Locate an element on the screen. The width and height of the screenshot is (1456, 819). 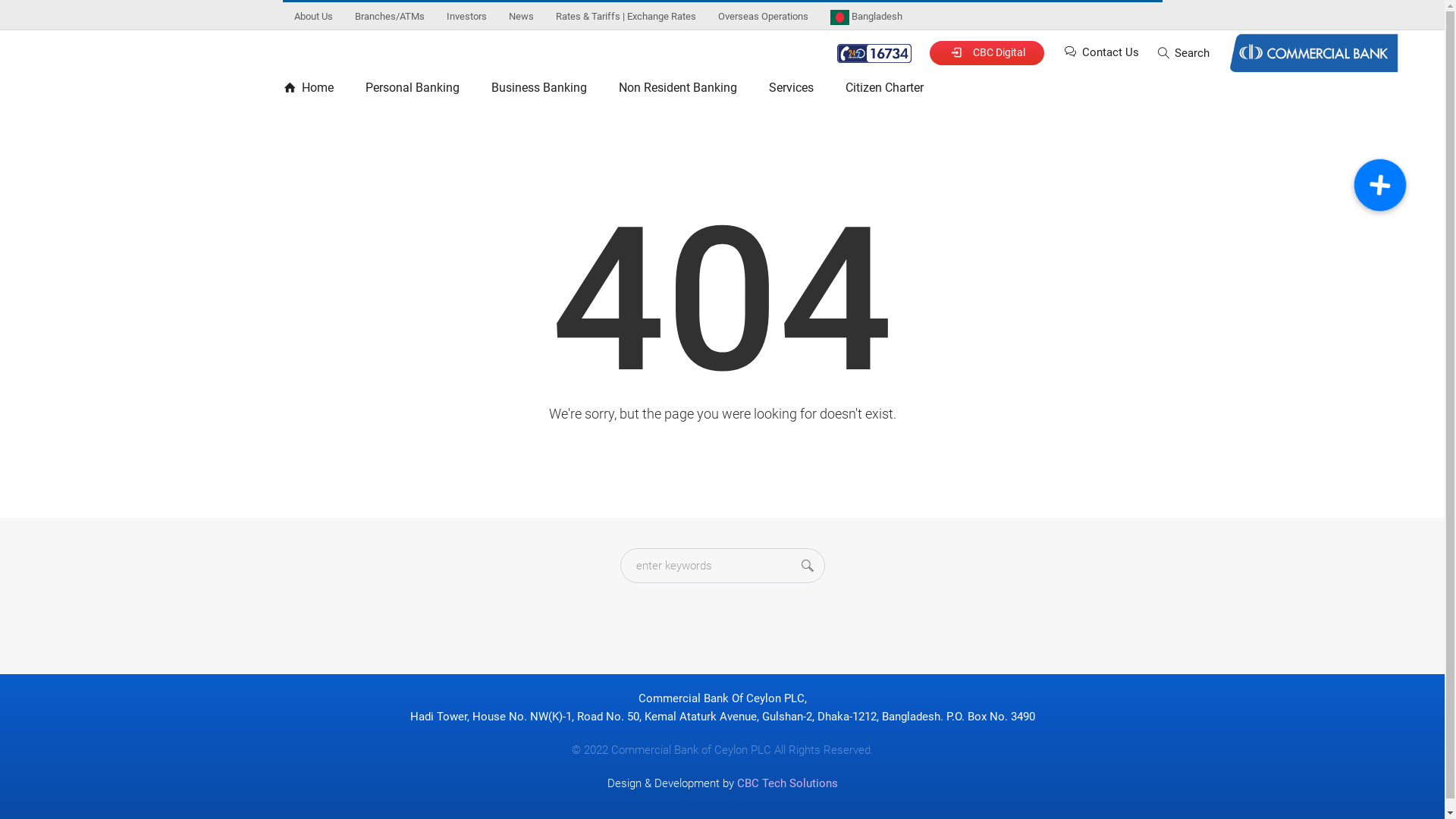
'Branches/ATMs' is located at coordinates (389, 16).